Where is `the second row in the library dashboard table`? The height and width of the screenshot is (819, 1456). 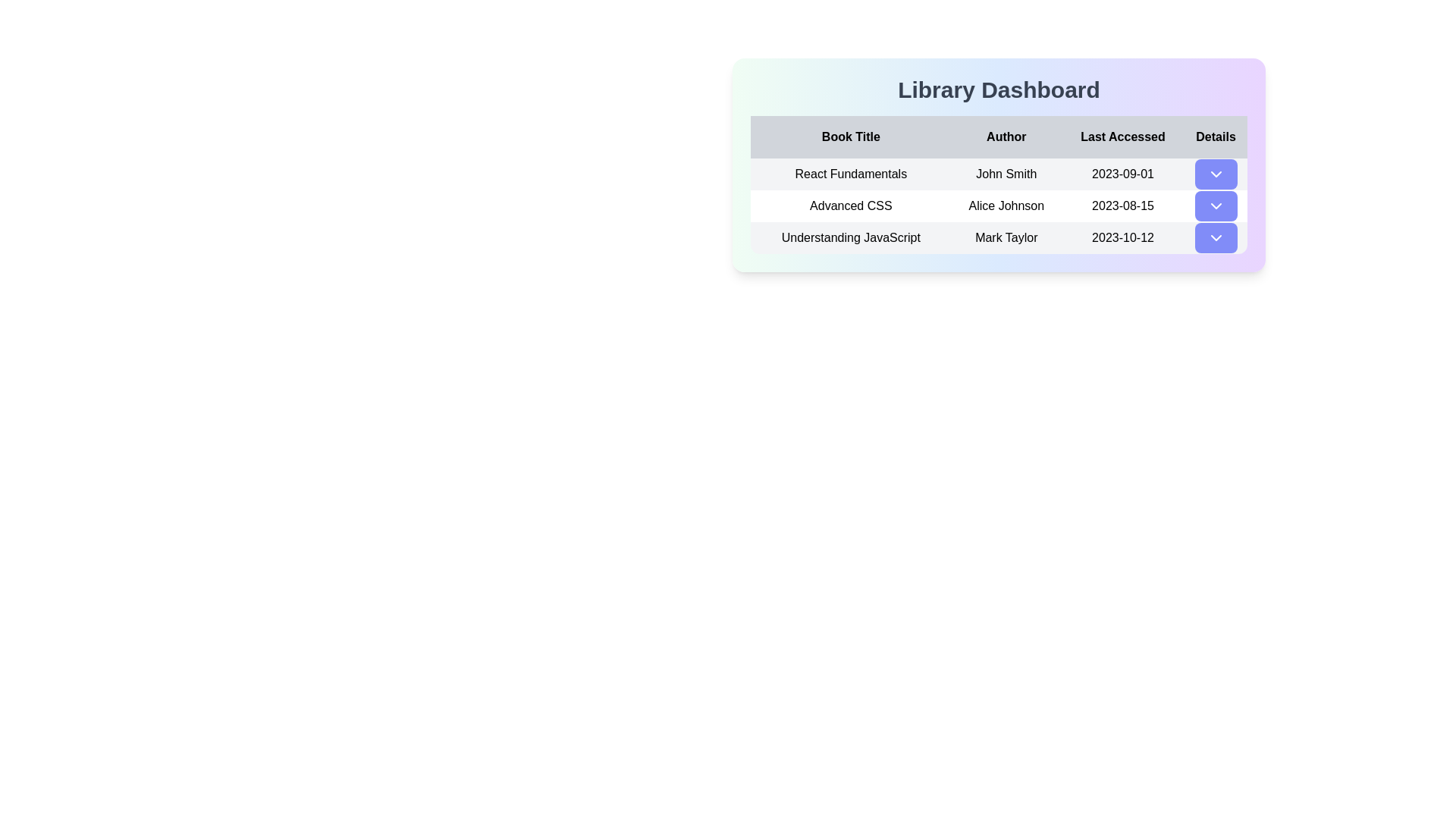 the second row in the library dashboard table is located at coordinates (999, 206).